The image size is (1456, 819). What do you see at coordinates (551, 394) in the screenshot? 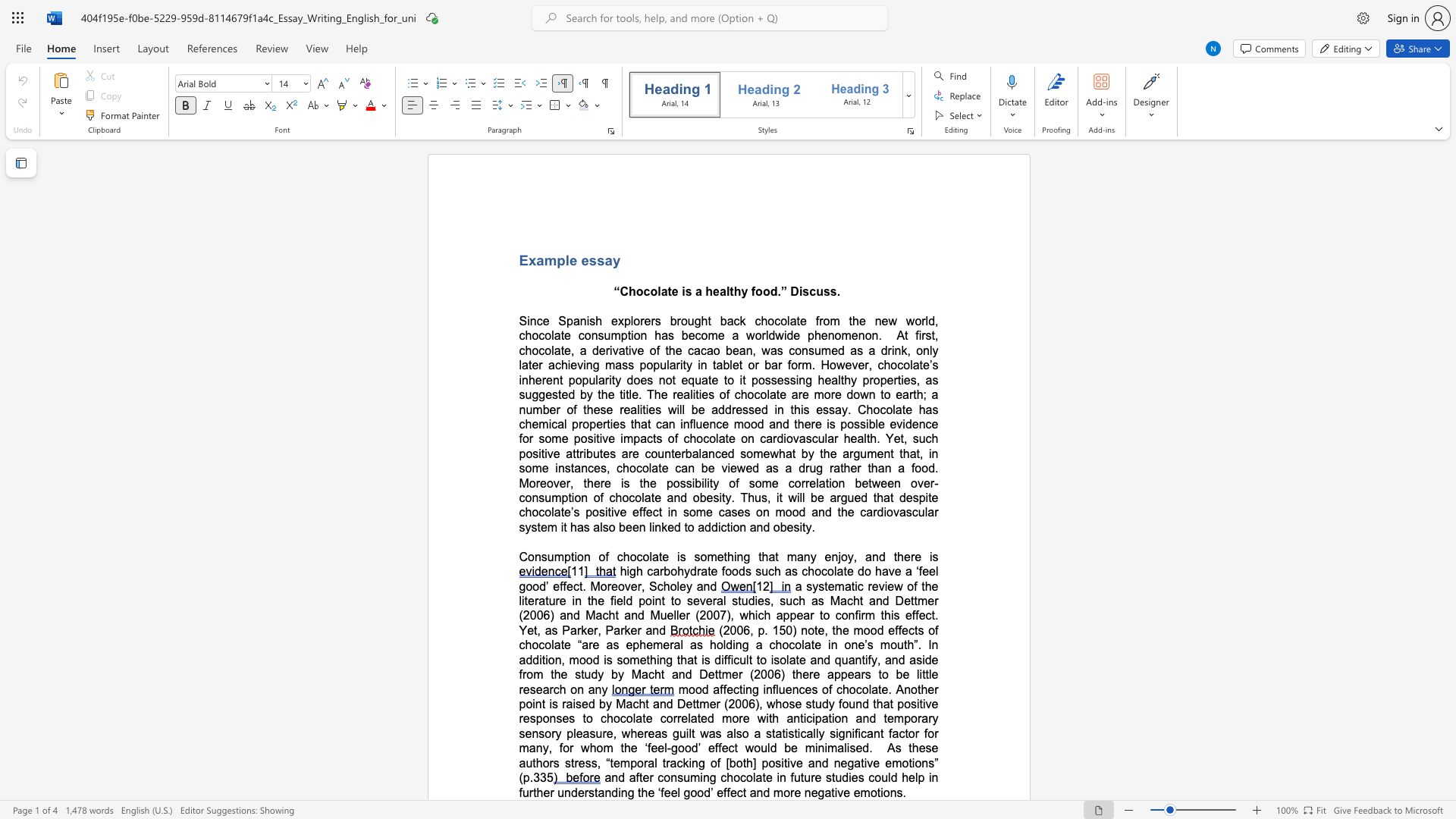
I see `the subset text "sted by the title. The realities of chocolate are more down to earth; a number of these realities will be addressed in this essay. Chocolate has" within the text "healthy properties, as suggested by the title. The realities of chocolate are more down to earth; a number of these realities will be addressed in this essay. Chocolate has ch"` at bounding box center [551, 394].